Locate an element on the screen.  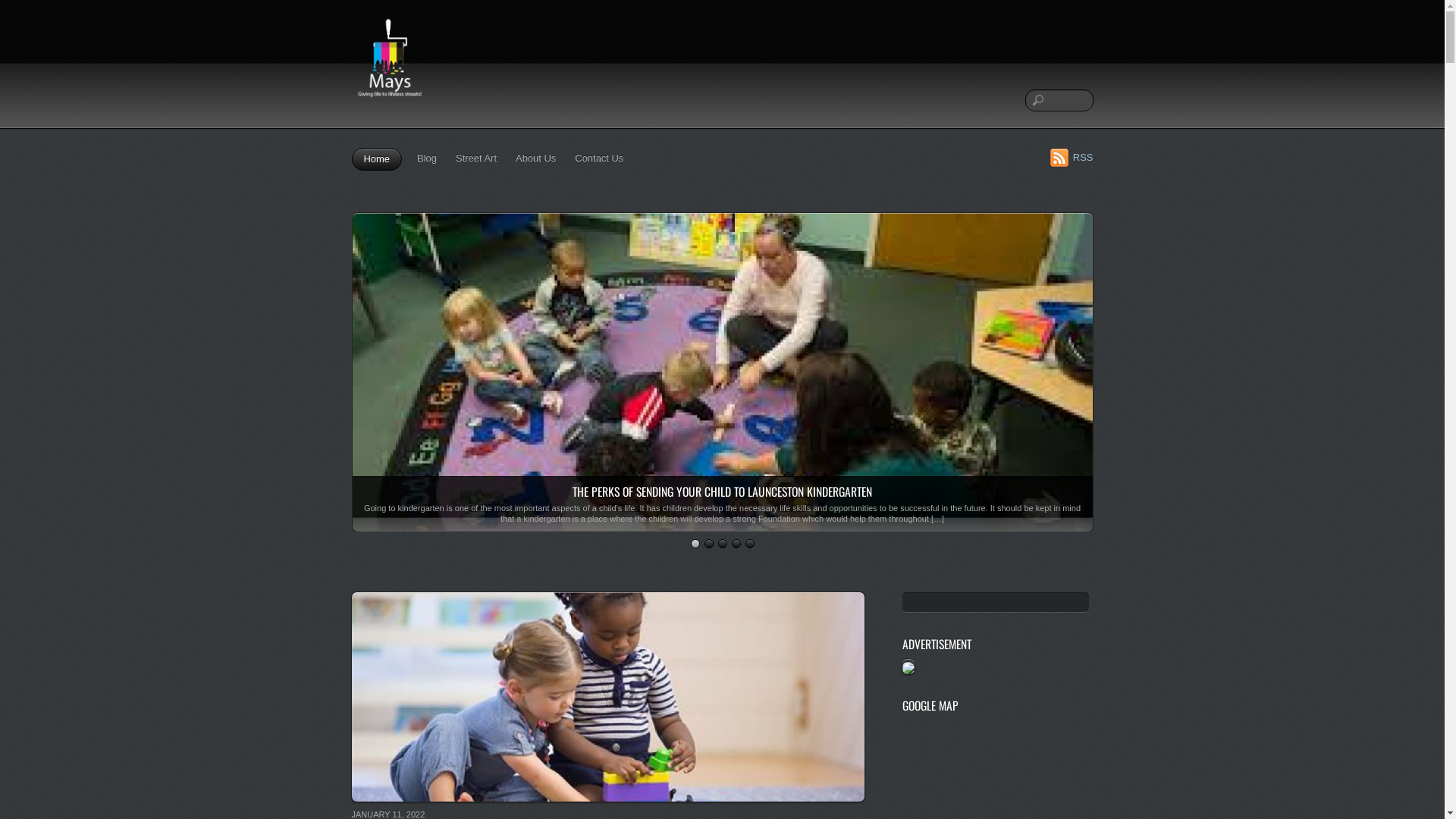
'Home' is located at coordinates (377, 158).